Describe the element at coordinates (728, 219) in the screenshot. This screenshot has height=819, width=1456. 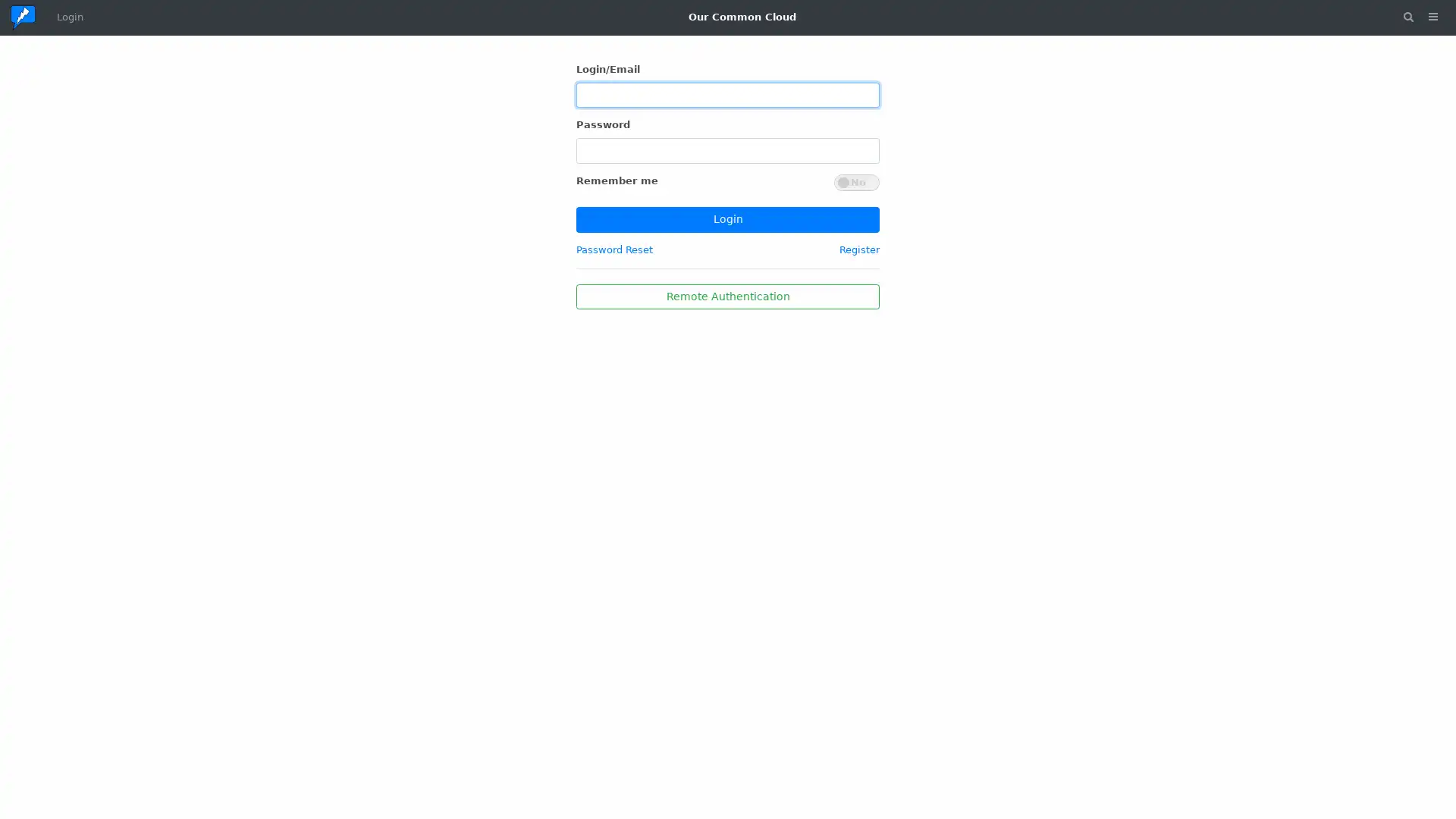
I see `Login` at that location.